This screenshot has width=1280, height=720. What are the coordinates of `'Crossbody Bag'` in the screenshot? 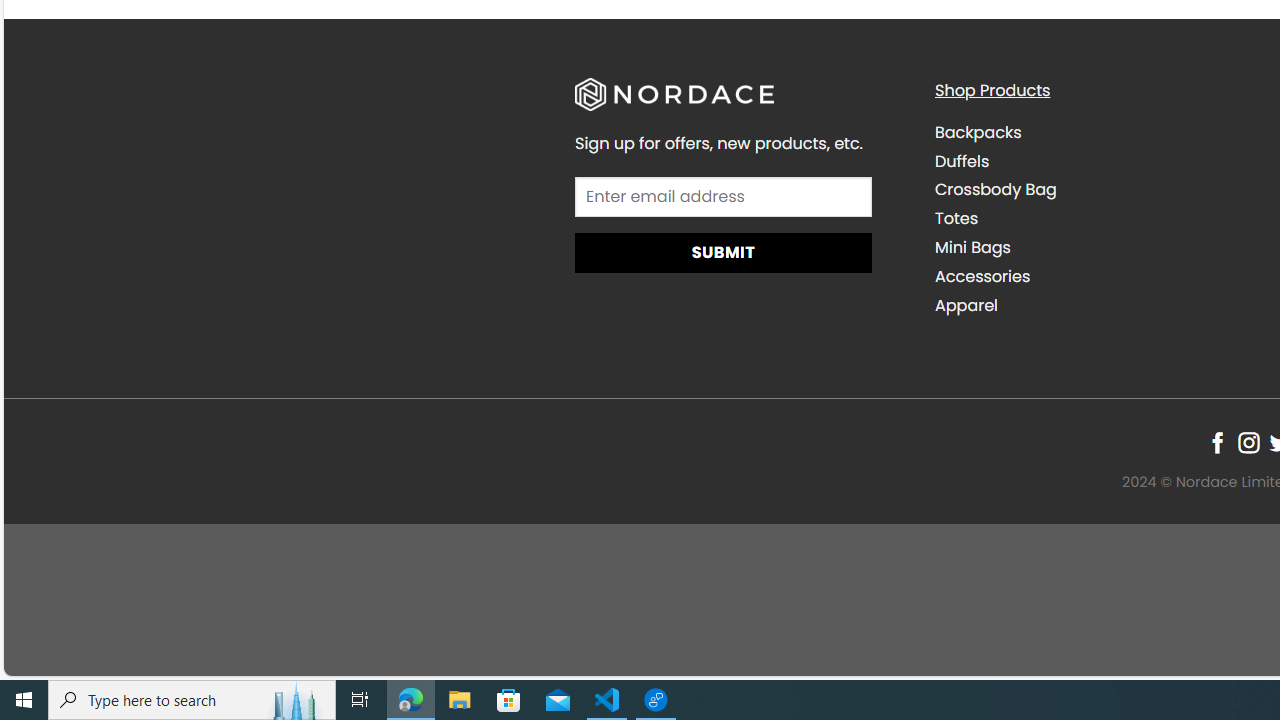 It's located at (1098, 190).